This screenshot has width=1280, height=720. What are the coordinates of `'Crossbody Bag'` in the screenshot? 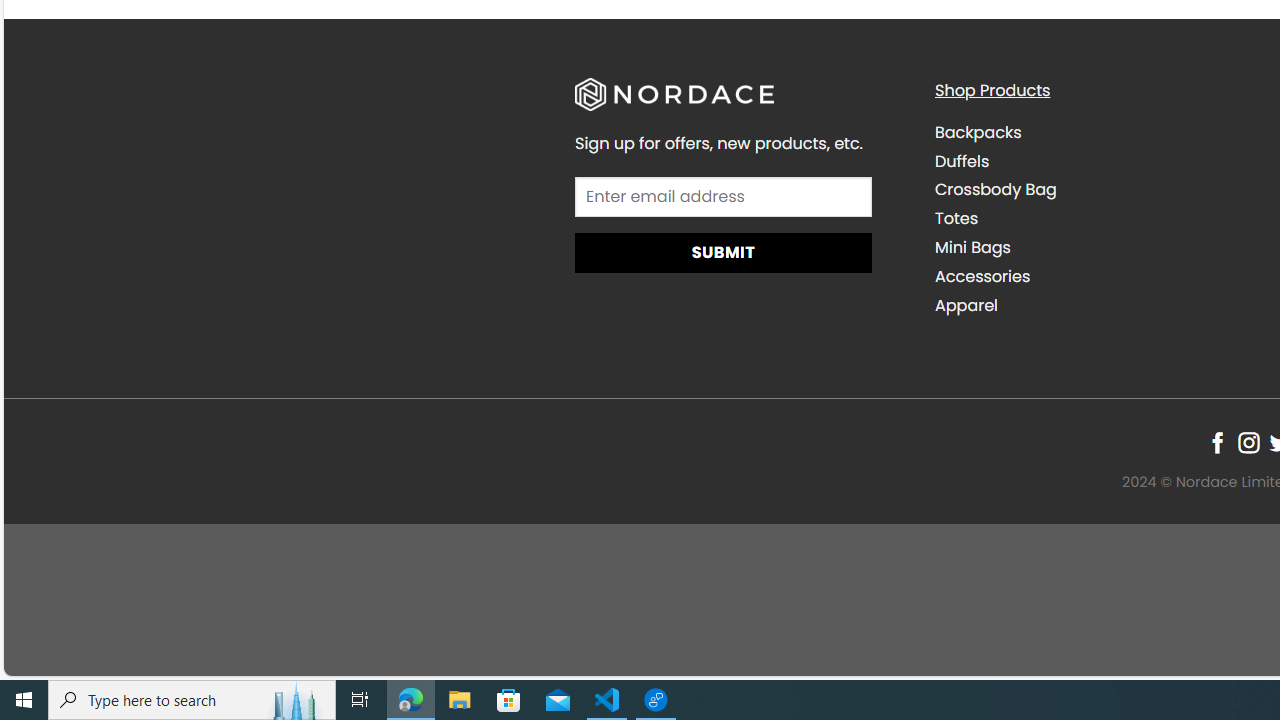 It's located at (1098, 190).